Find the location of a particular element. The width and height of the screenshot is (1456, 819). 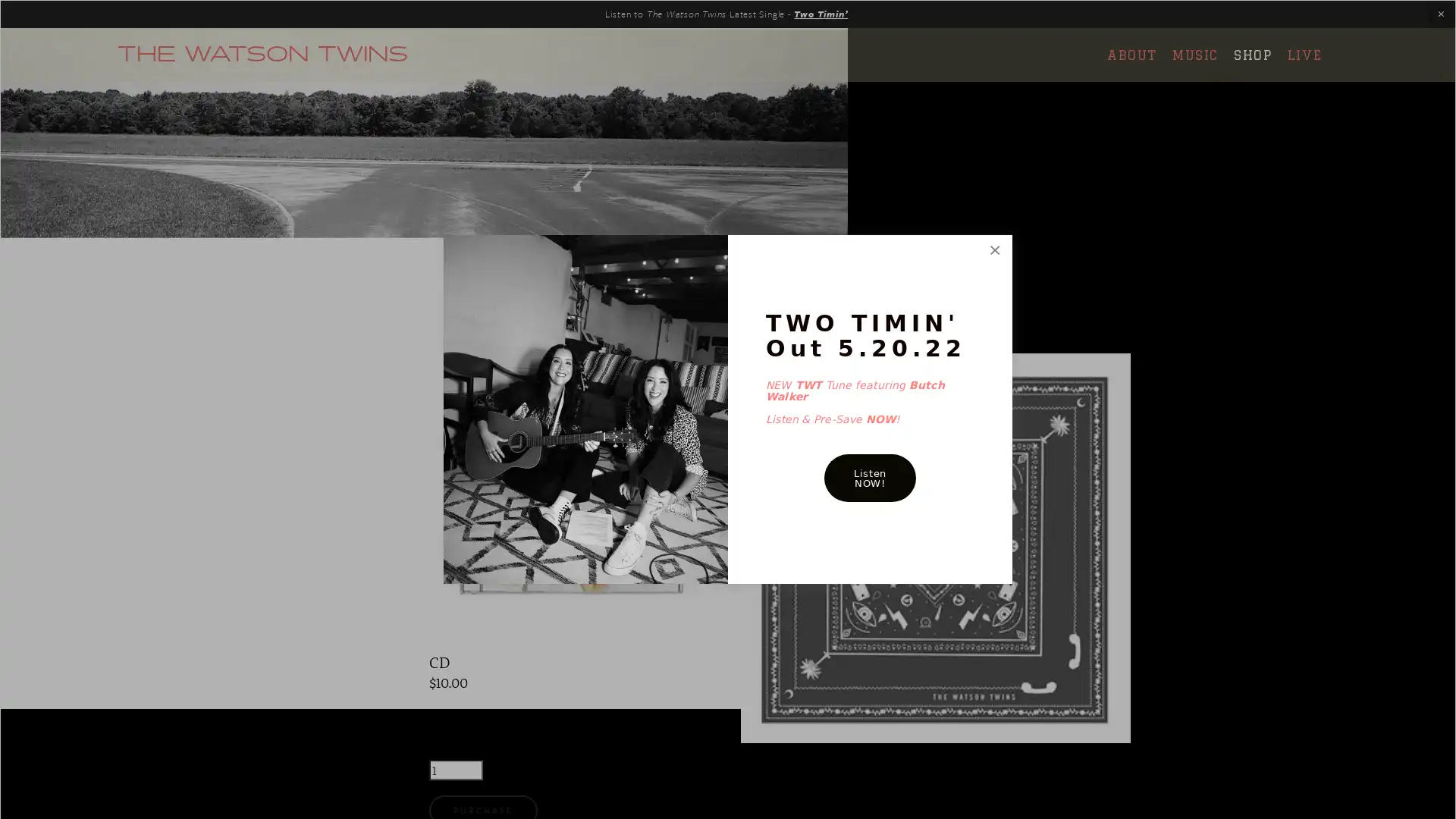

Close Announcement is located at coordinates (1440, 14).